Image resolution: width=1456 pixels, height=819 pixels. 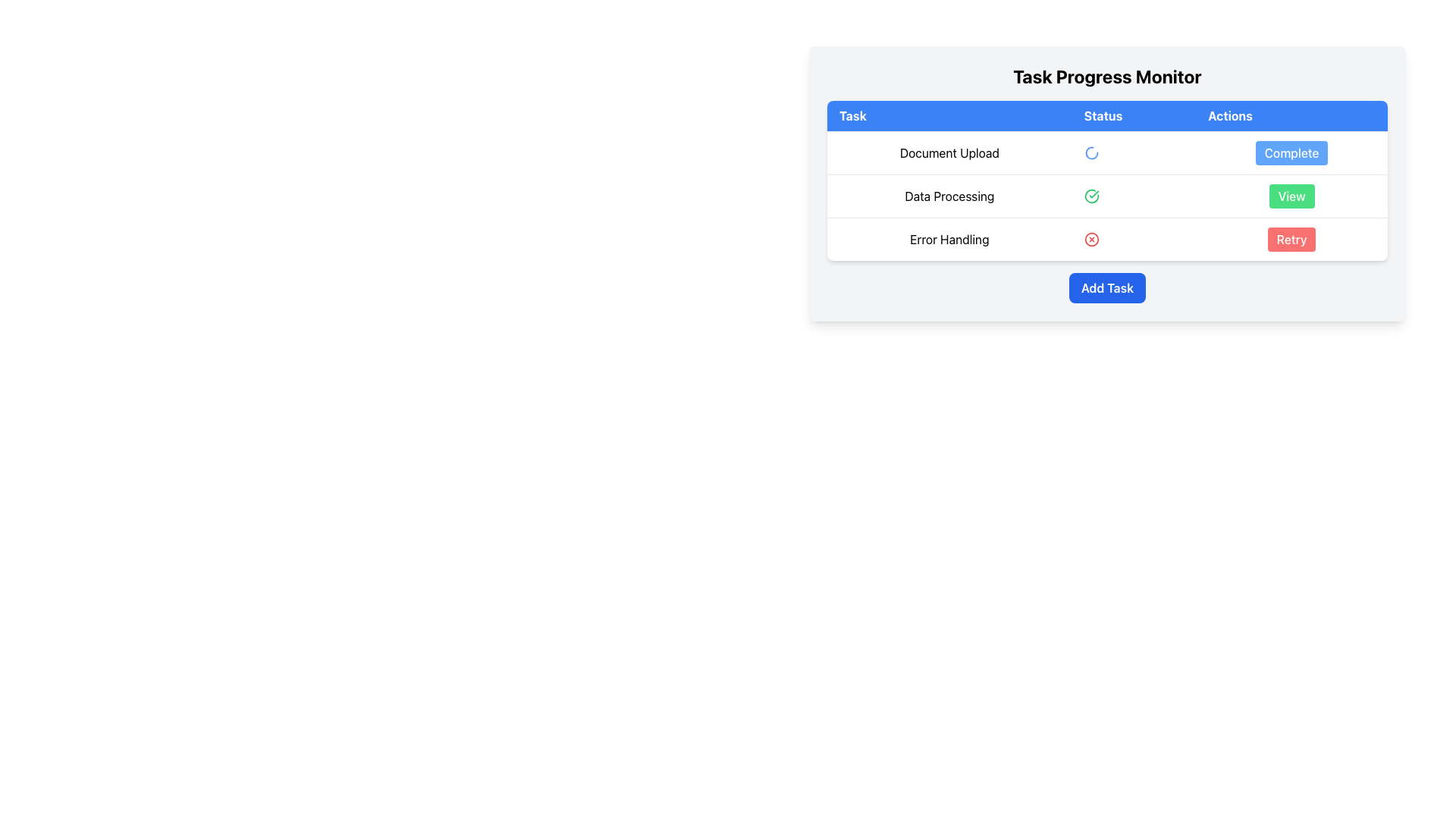 I want to click on the green circular icon with a checkmark symbol in the 'Status' column of the 'Data Processing' row in the task table, so click(x=1090, y=195).